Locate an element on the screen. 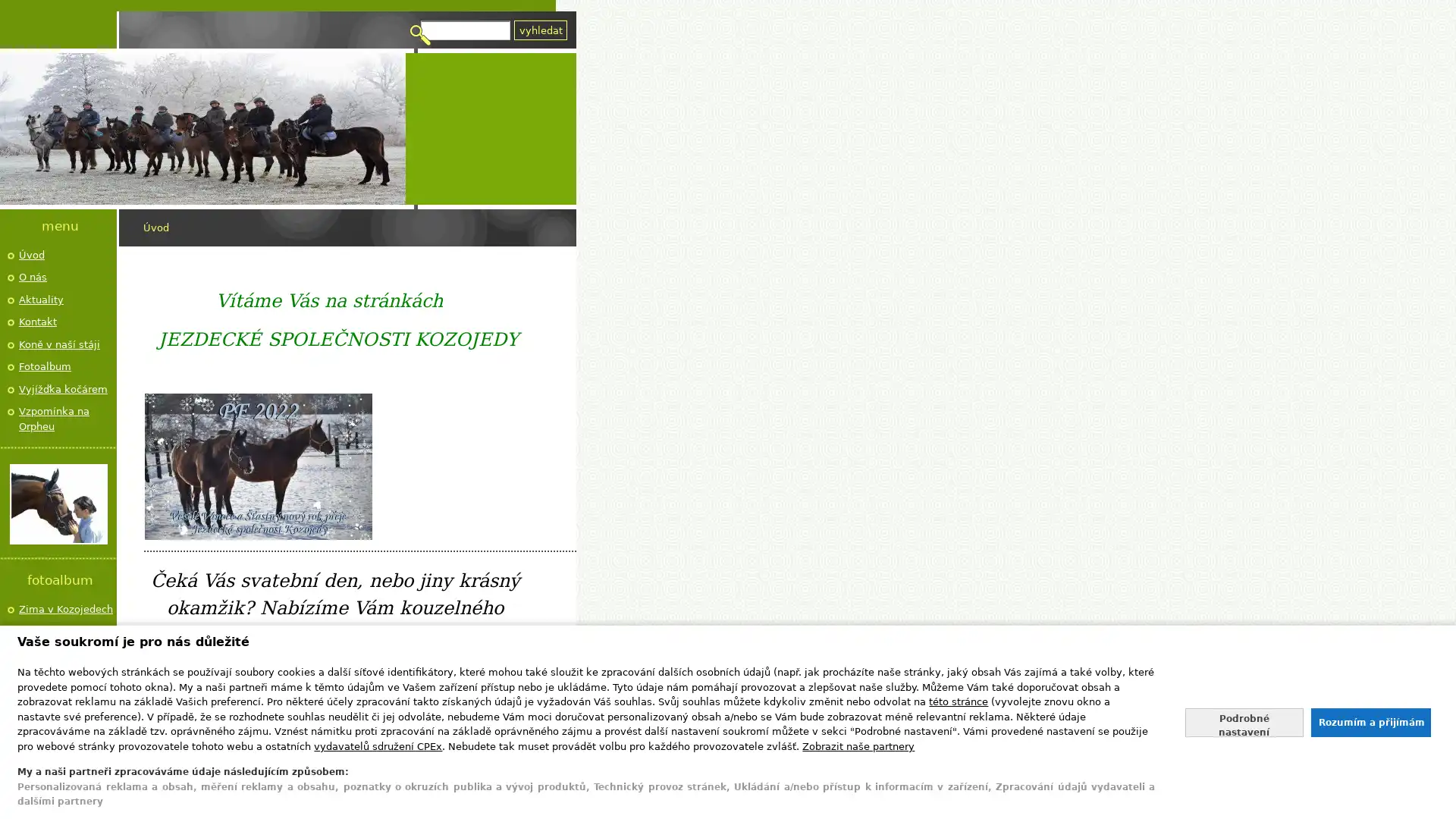  Nastavte sve souhlasy is located at coordinates (1244, 721).